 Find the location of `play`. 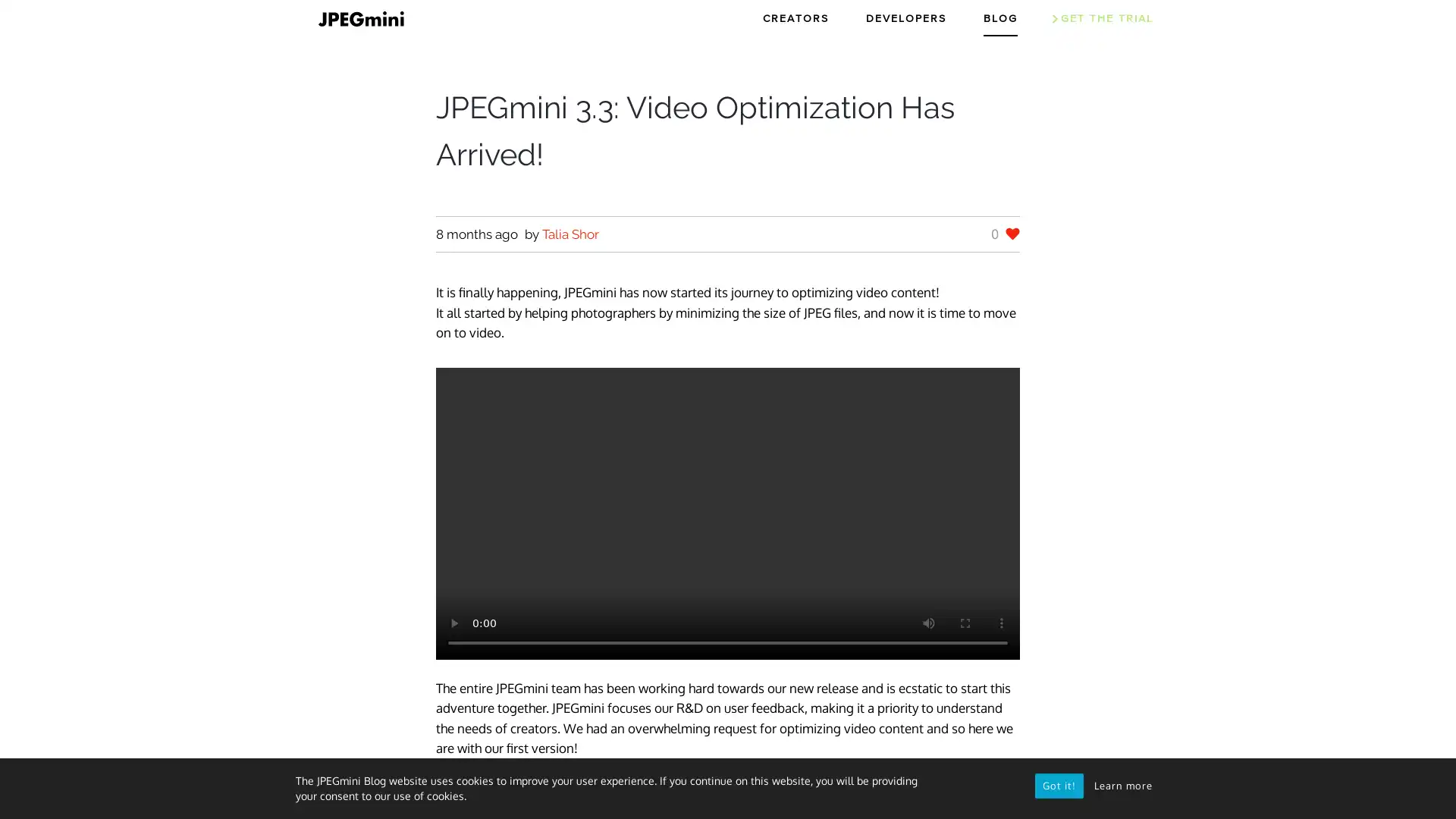

play is located at coordinates (453, 623).